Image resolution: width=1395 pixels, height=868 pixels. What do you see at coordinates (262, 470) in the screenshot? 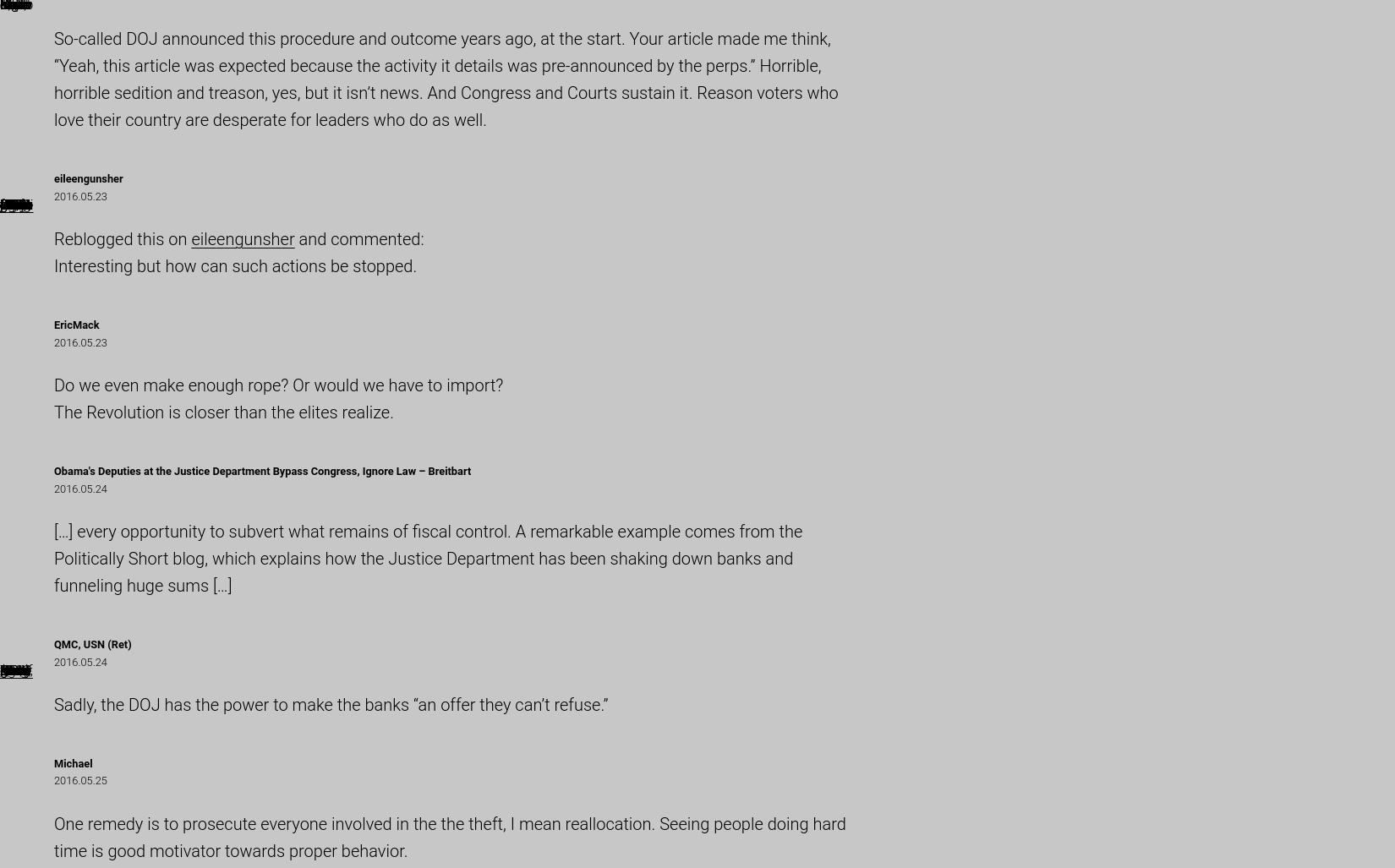
I see `'Obama's Deputies at the Justice Department Bypass Congress, Ignore Law – Breitbart'` at bounding box center [262, 470].